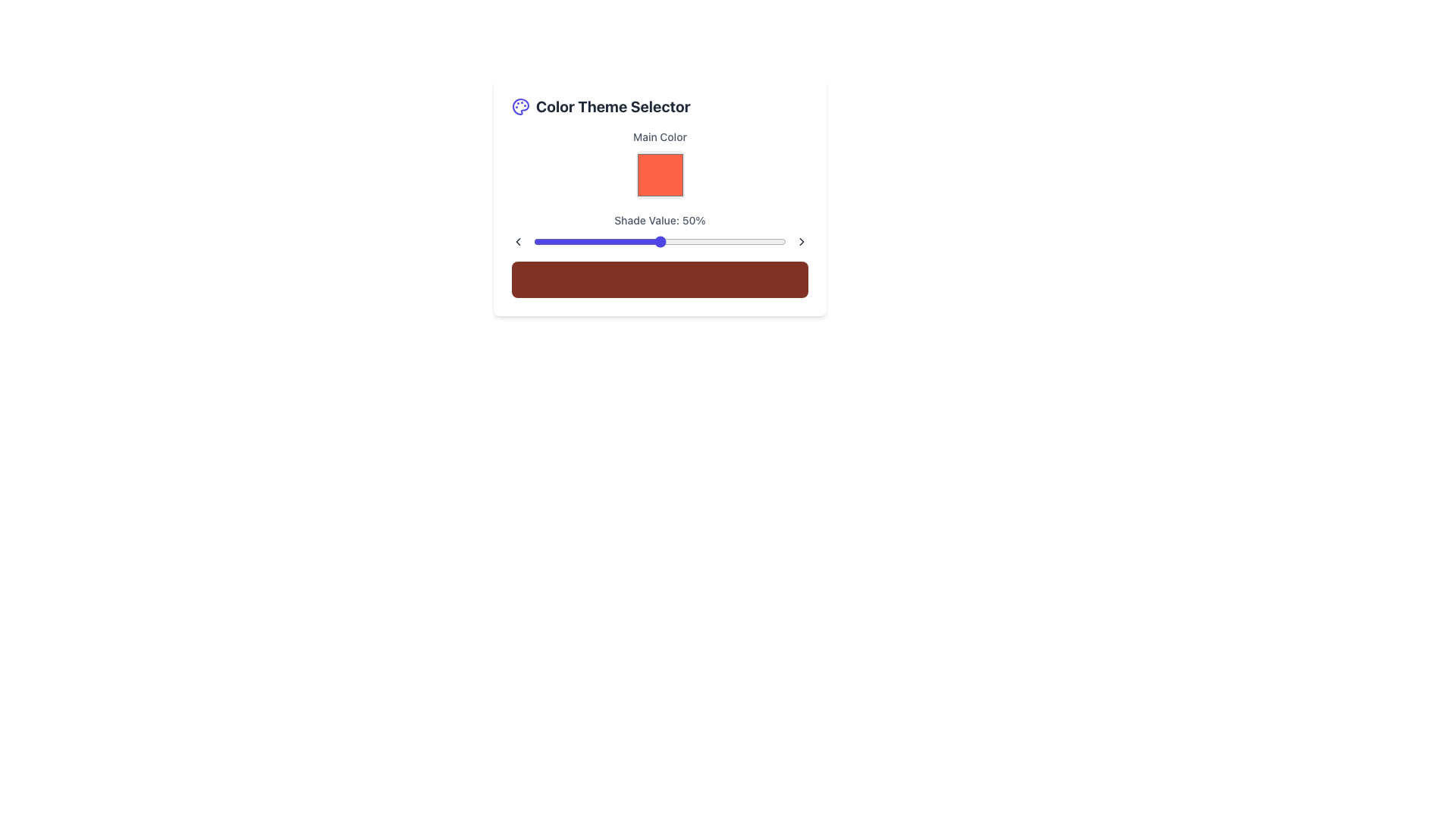 Image resolution: width=1456 pixels, height=819 pixels. What do you see at coordinates (609, 241) in the screenshot?
I see `the shade value` at bounding box center [609, 241].